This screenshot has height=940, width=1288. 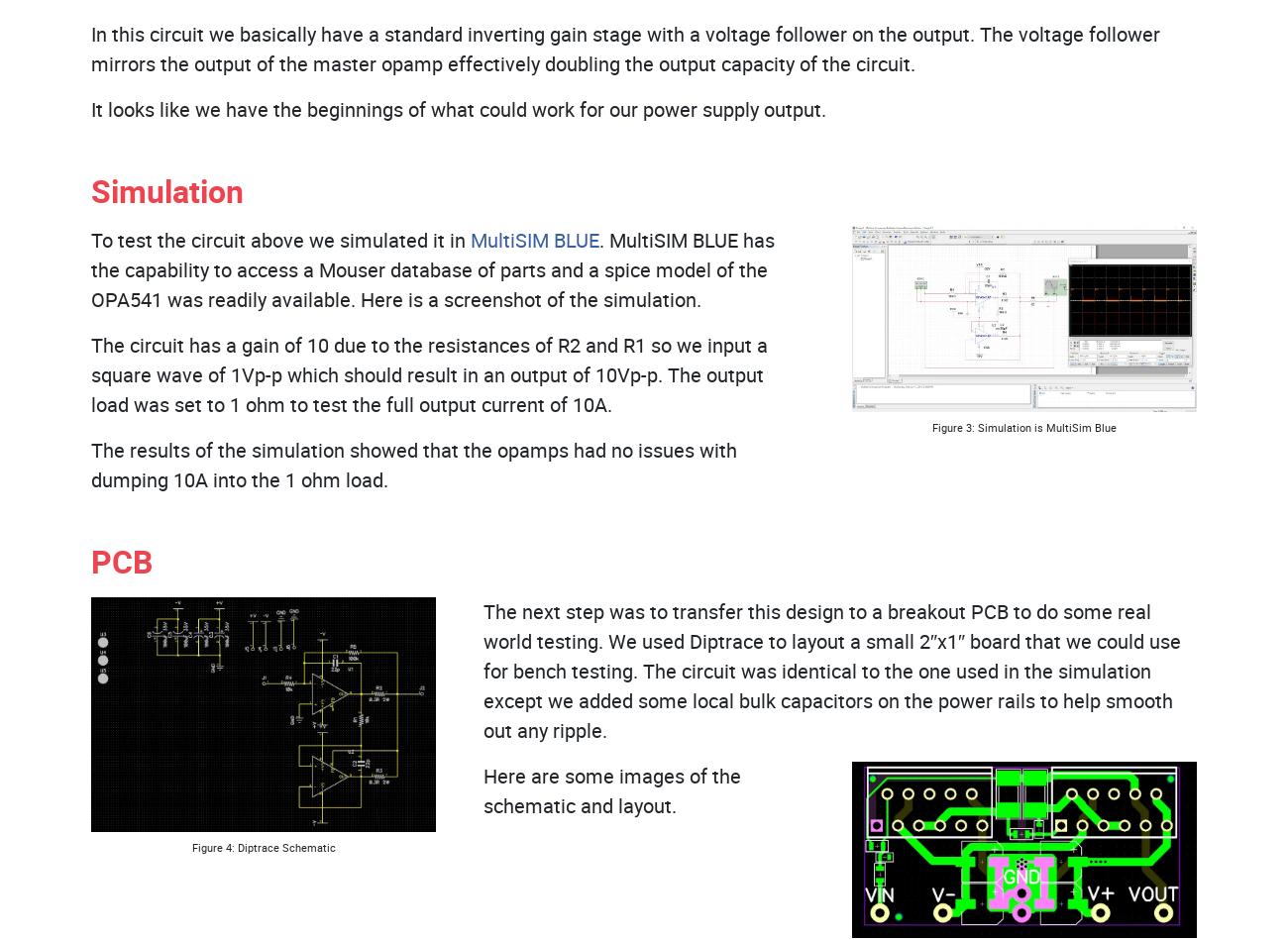 What do you see at coordinates (560, 157) in the screenshot?
I see `'Webinars'` at bounding box center [560, 157].